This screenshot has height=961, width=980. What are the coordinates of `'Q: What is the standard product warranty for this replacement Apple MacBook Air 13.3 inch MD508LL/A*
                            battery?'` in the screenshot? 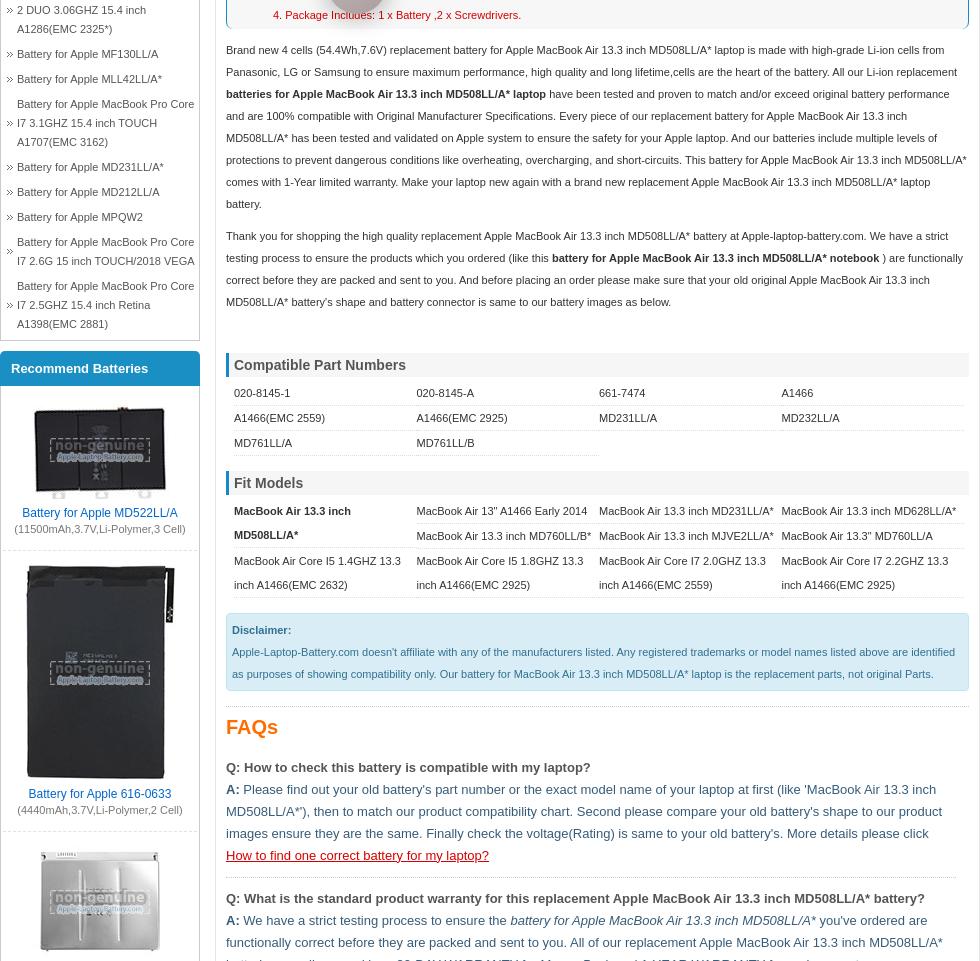 It's located at (575, 896).